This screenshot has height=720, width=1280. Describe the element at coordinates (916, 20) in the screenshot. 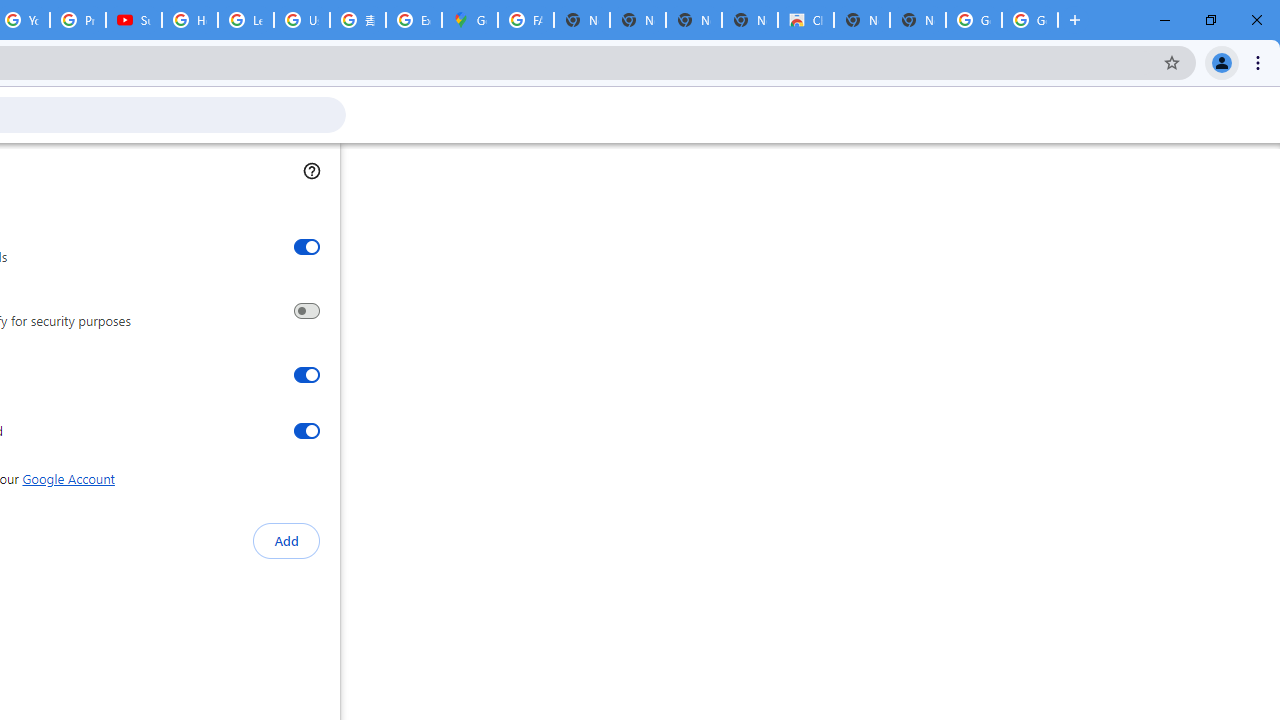

I see `'New Tab'` at that location.